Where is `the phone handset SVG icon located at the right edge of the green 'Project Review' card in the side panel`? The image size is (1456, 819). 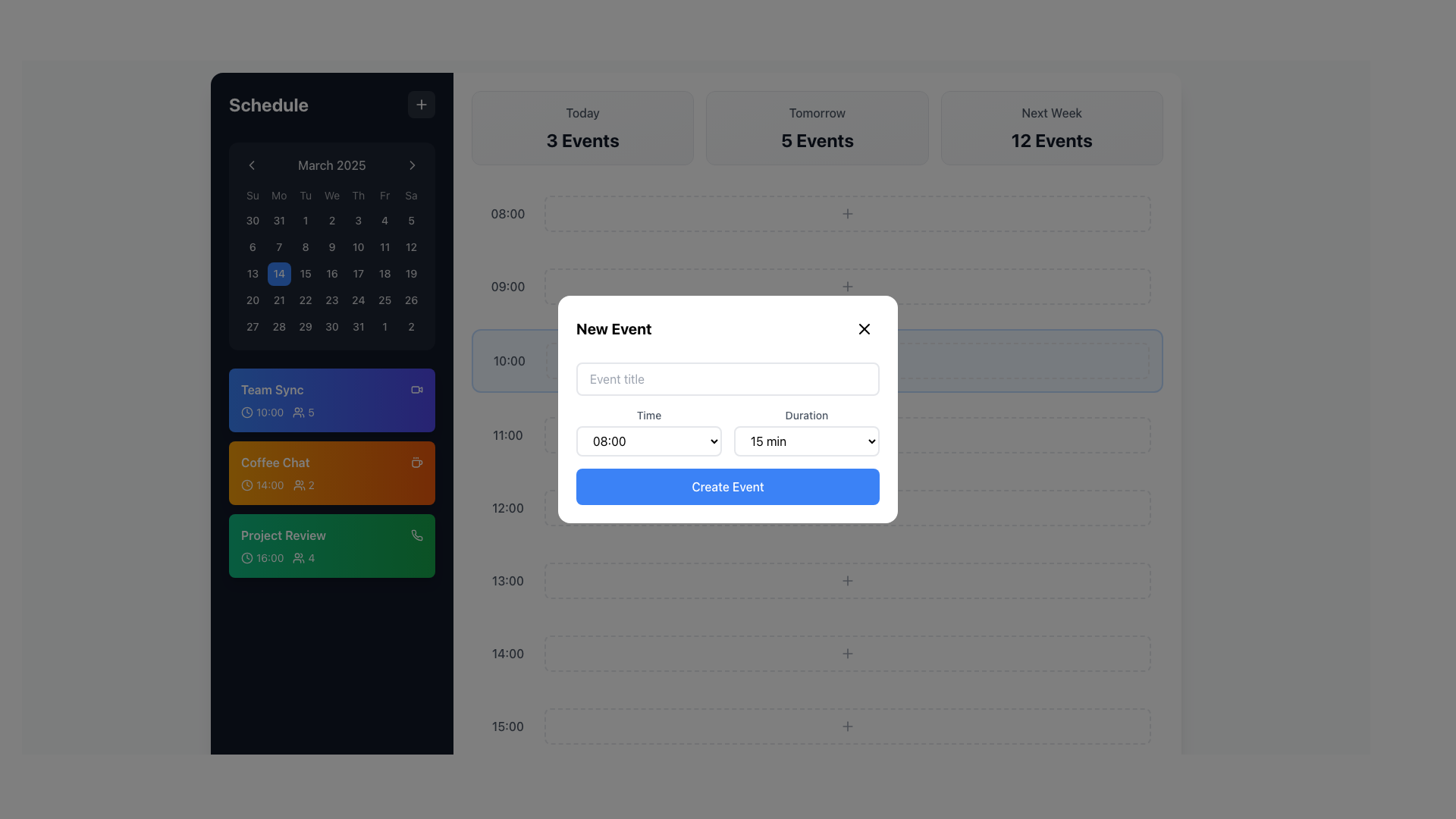
the phone handset SVG icon located at the right edge of the green 'Project Review' card in the side panel is located at coordinates (417, 534).